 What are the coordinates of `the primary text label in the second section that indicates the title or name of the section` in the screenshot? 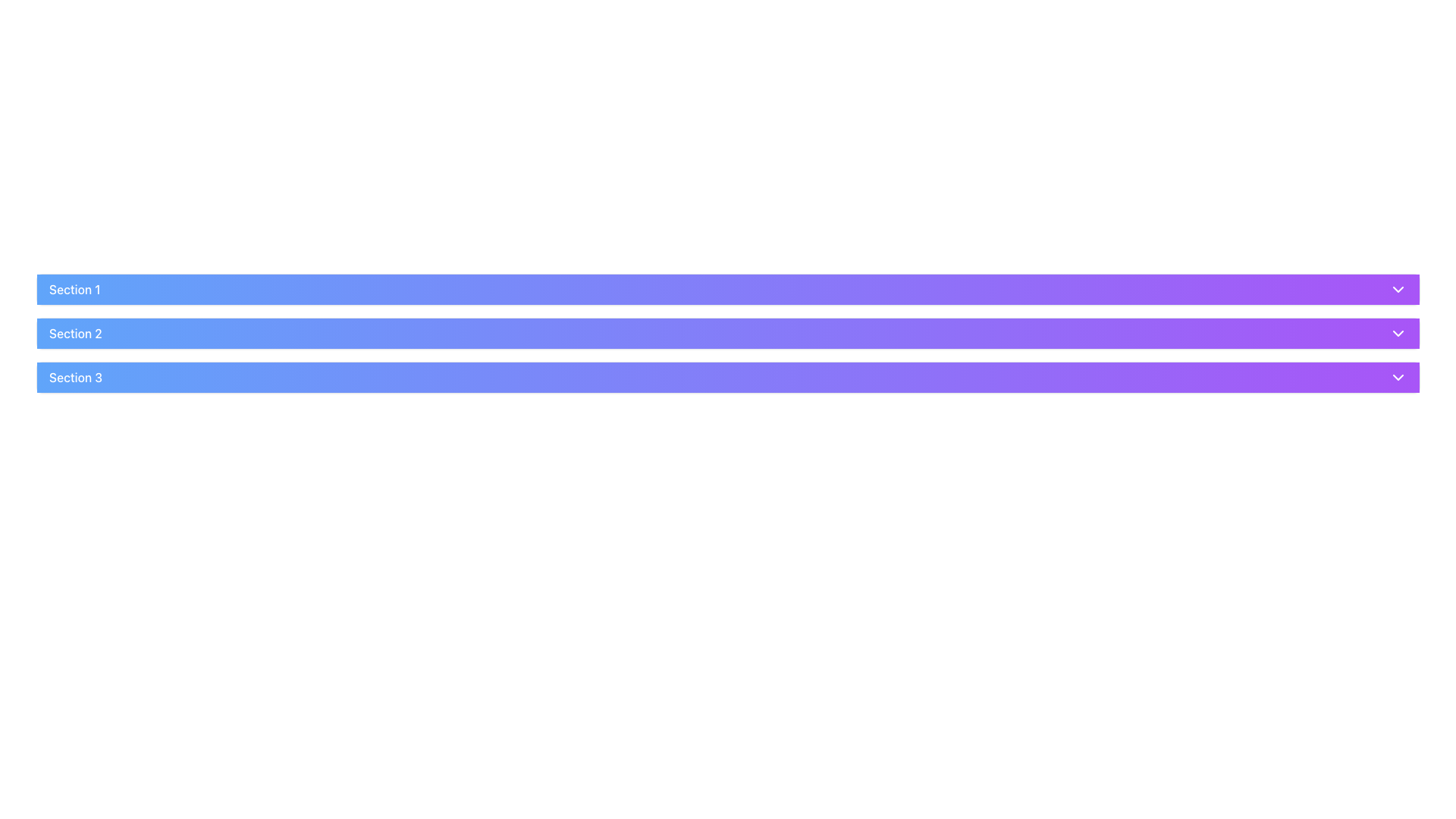 It's located at (74, 332).